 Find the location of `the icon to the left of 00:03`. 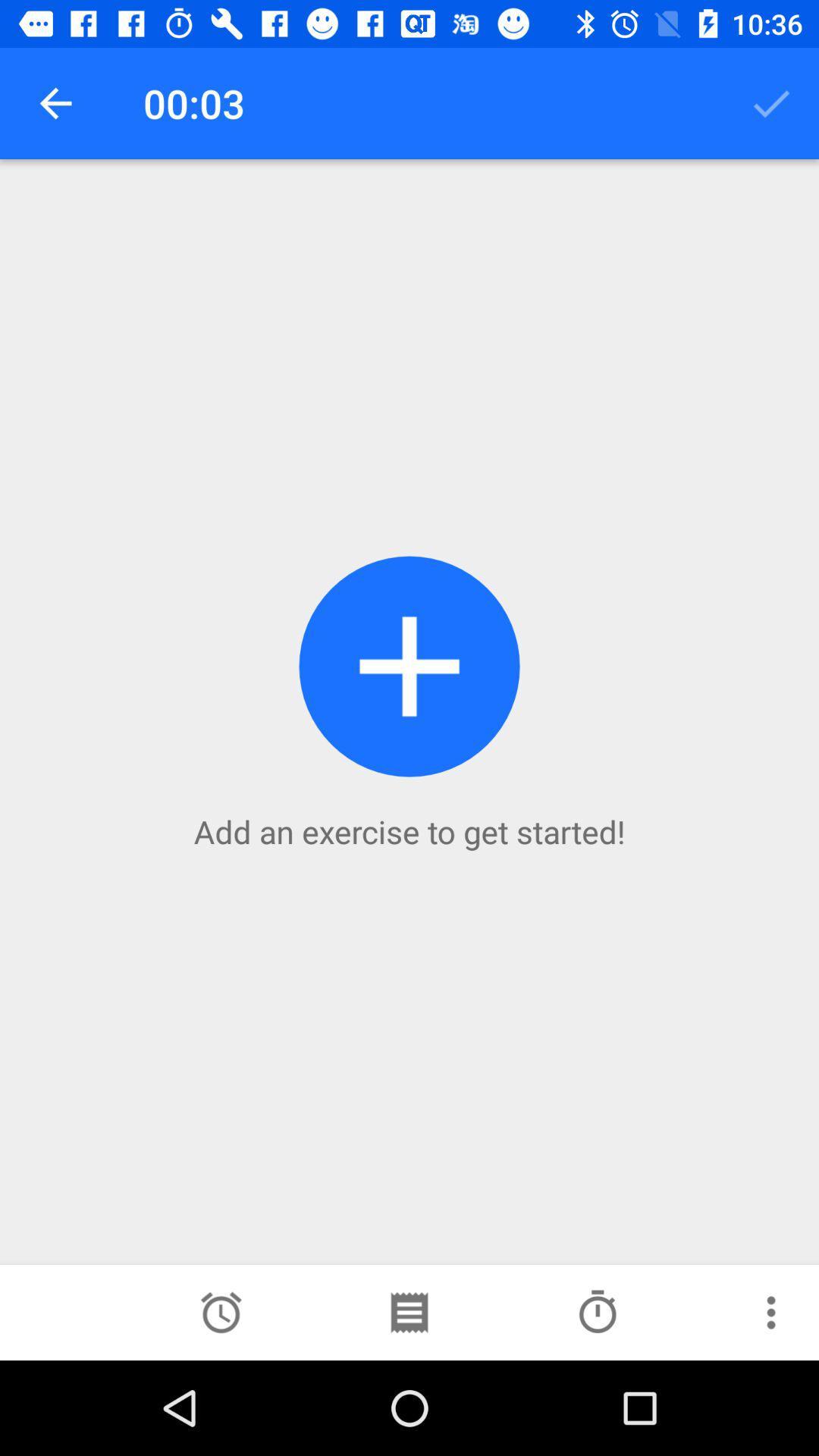

the icon to the left of 00:03 is located at coordinates (55, 102).